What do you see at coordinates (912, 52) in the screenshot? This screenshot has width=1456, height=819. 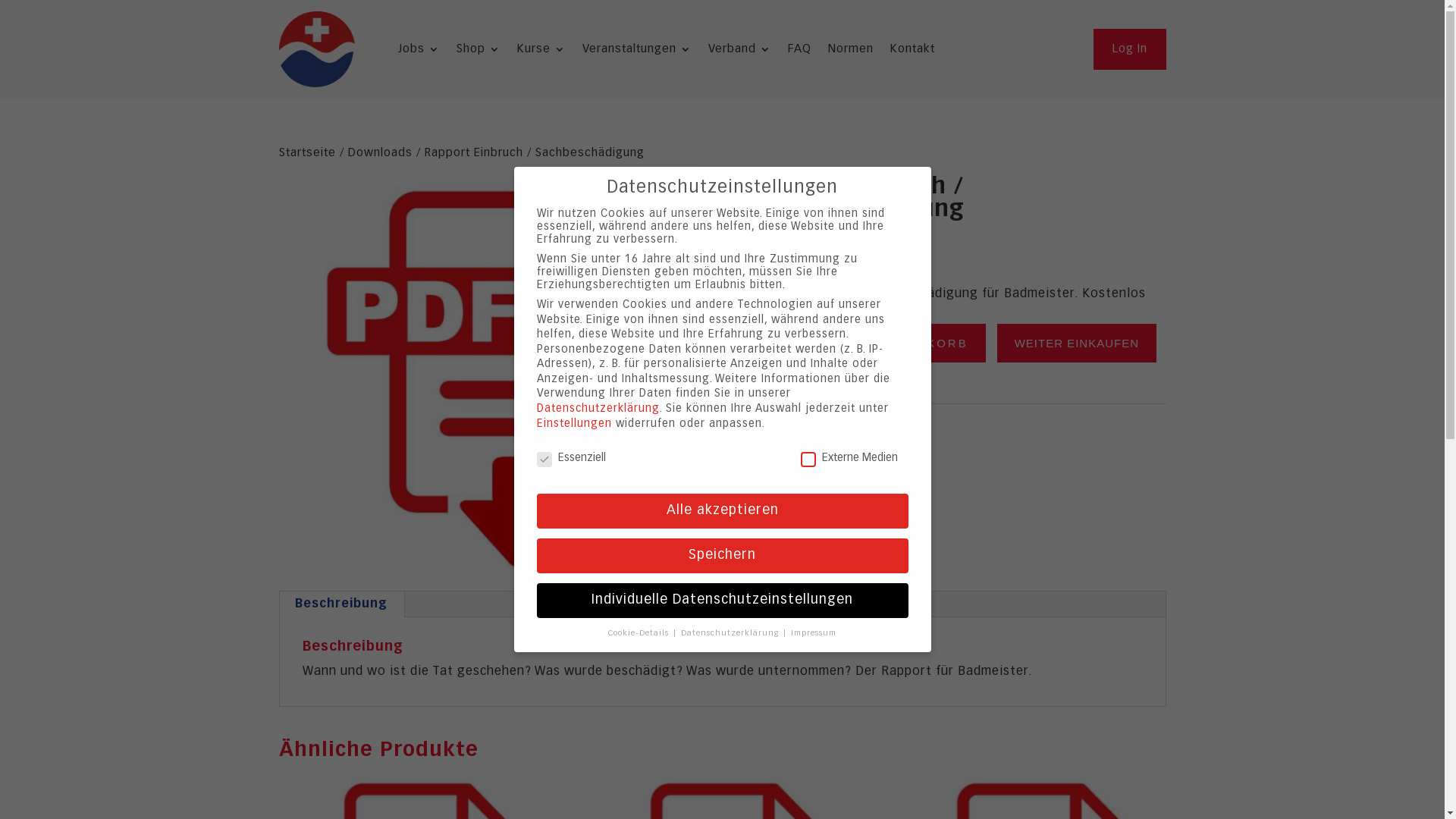 I see `'Kontakt'` at bounding box center [912, 52].